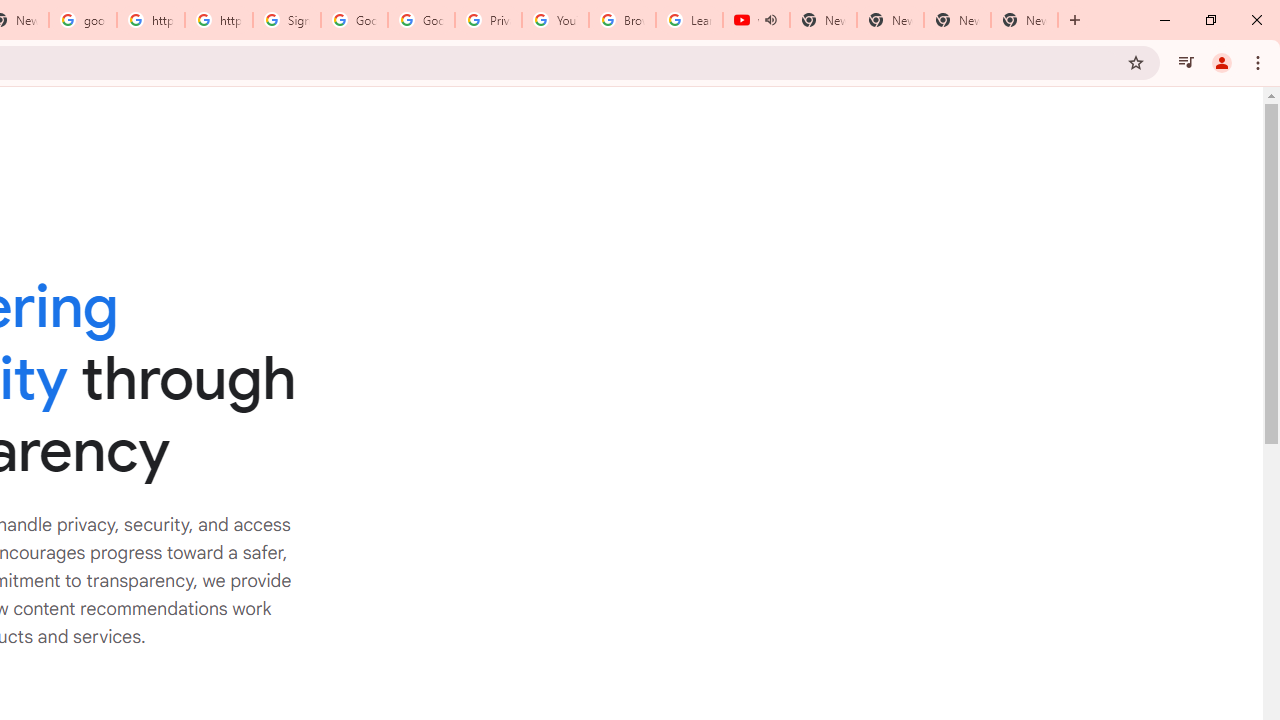  I want to click on 'Sign in - Google Accounts', so click(286, 20).